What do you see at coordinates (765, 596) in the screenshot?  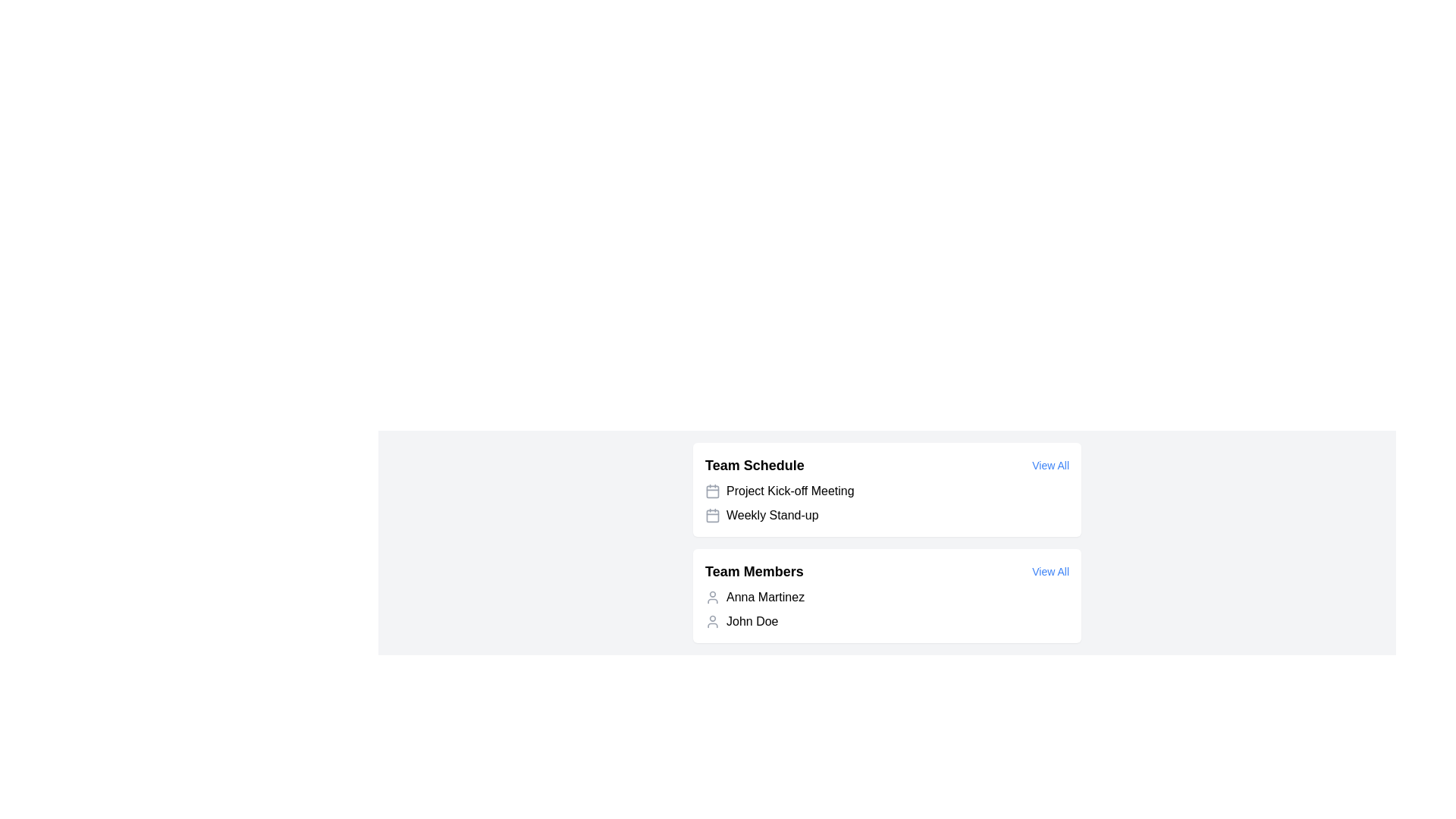 I see `the text label displaying 'Anna Martinez' in black font, located in the 'Team Members' section of the UI` at bounding box center [765, 596].